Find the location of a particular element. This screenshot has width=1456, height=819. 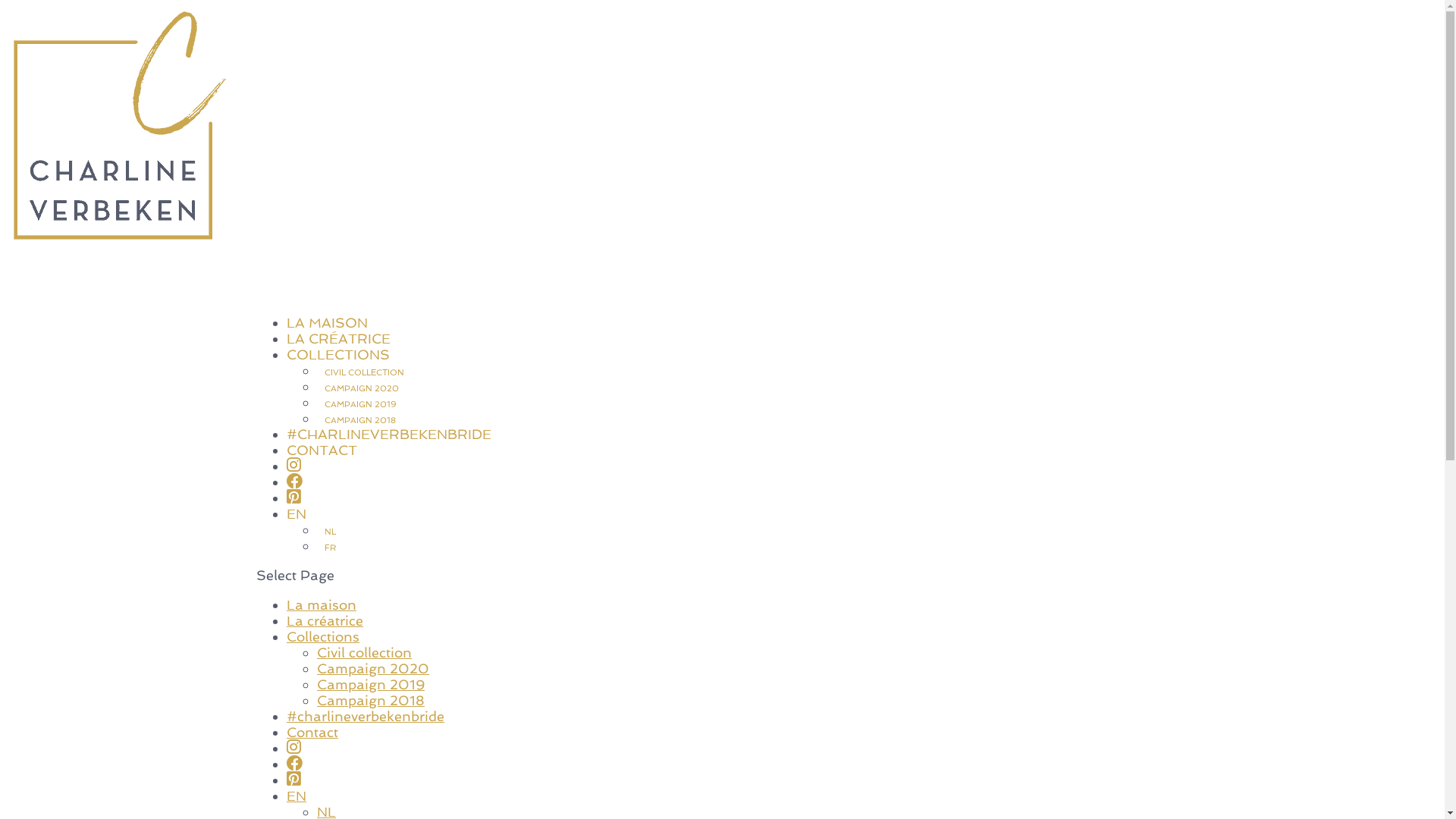

'CAMPAIGN 2018' is located at coordinates (359, 420).